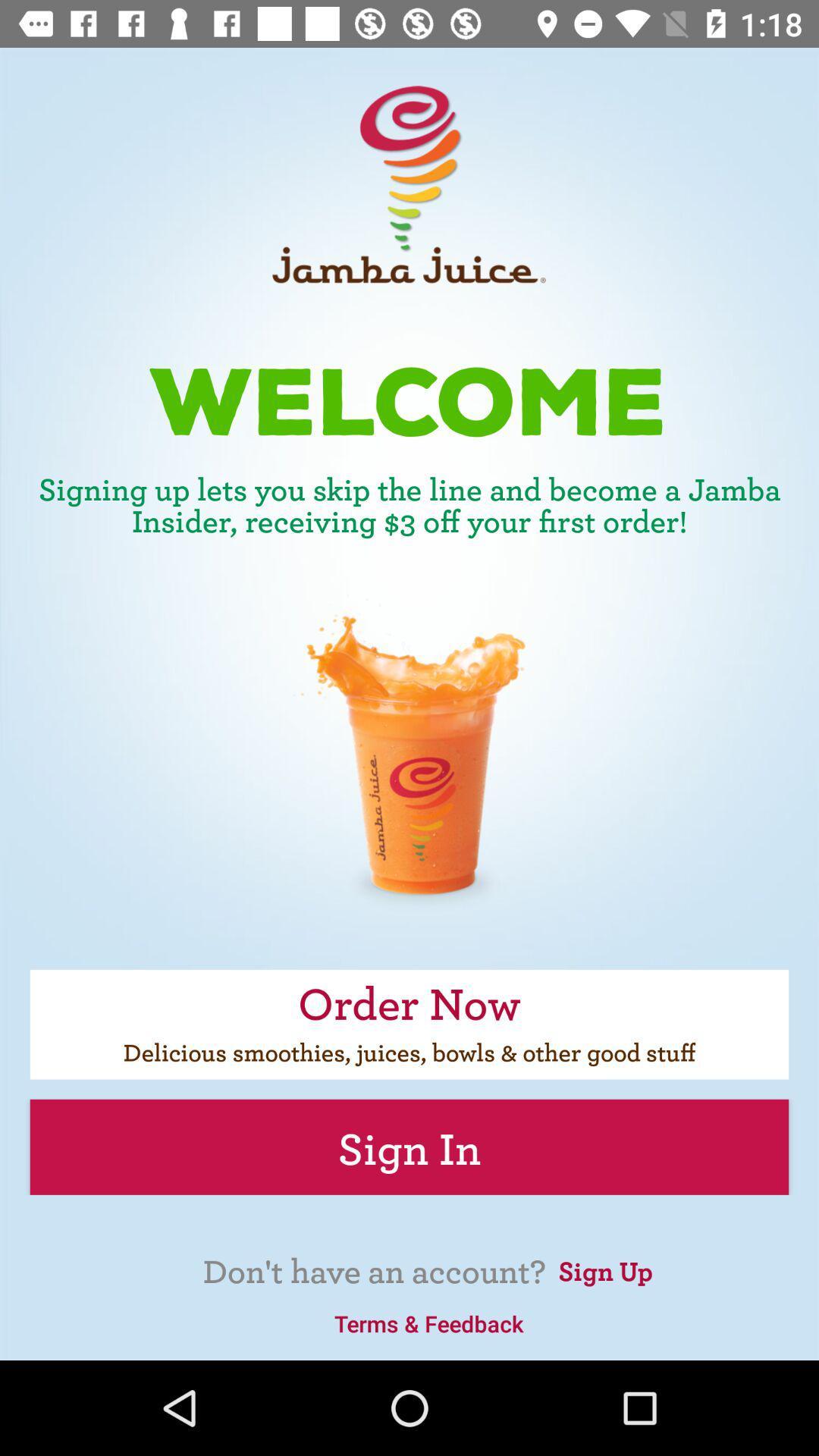  Describe the element at coordinates (428, 1323) in the screenshot. I see `the item below don t have` at that location.